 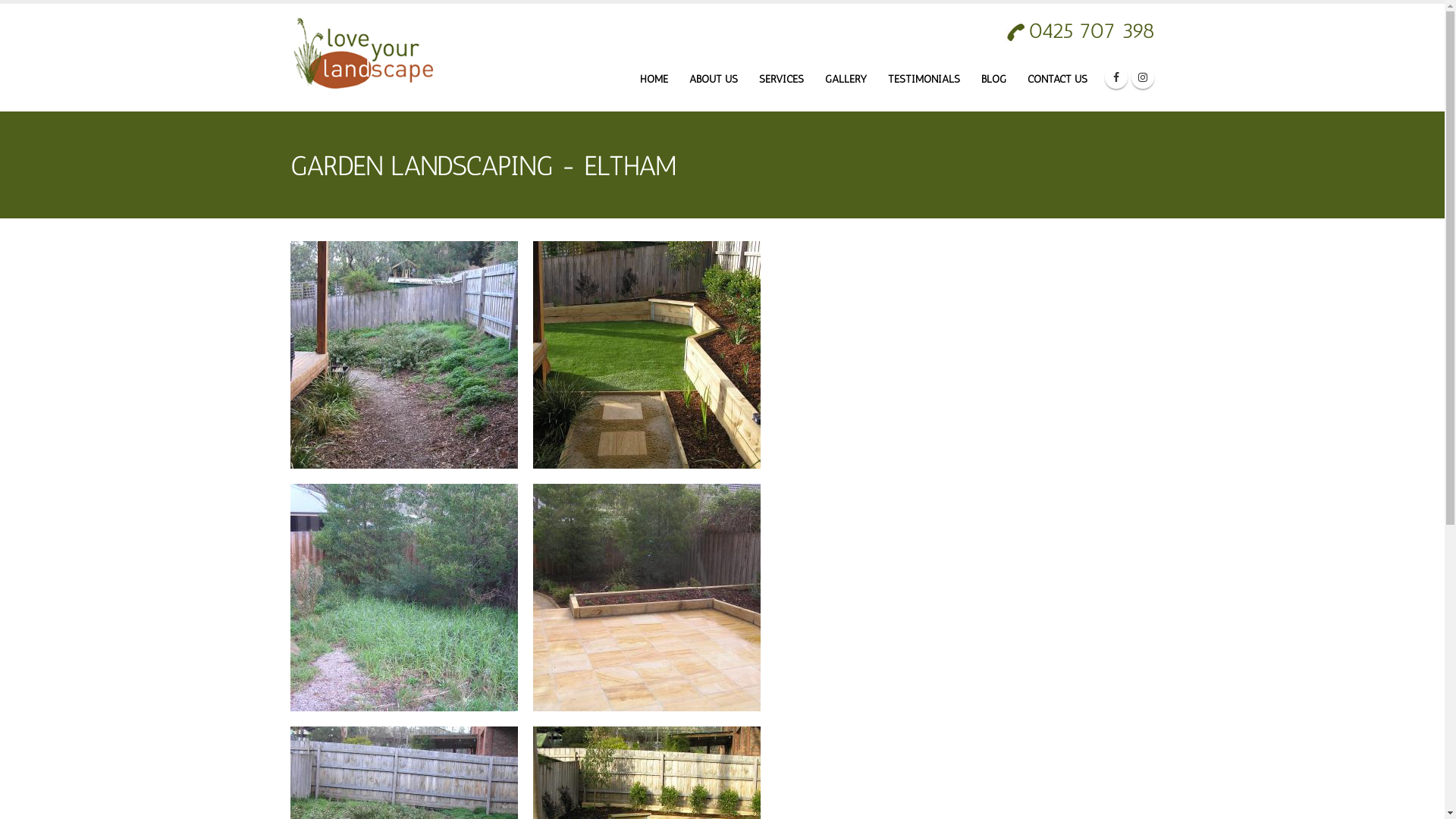 I want to click on 'BLOG', so click(x=993, y=79).